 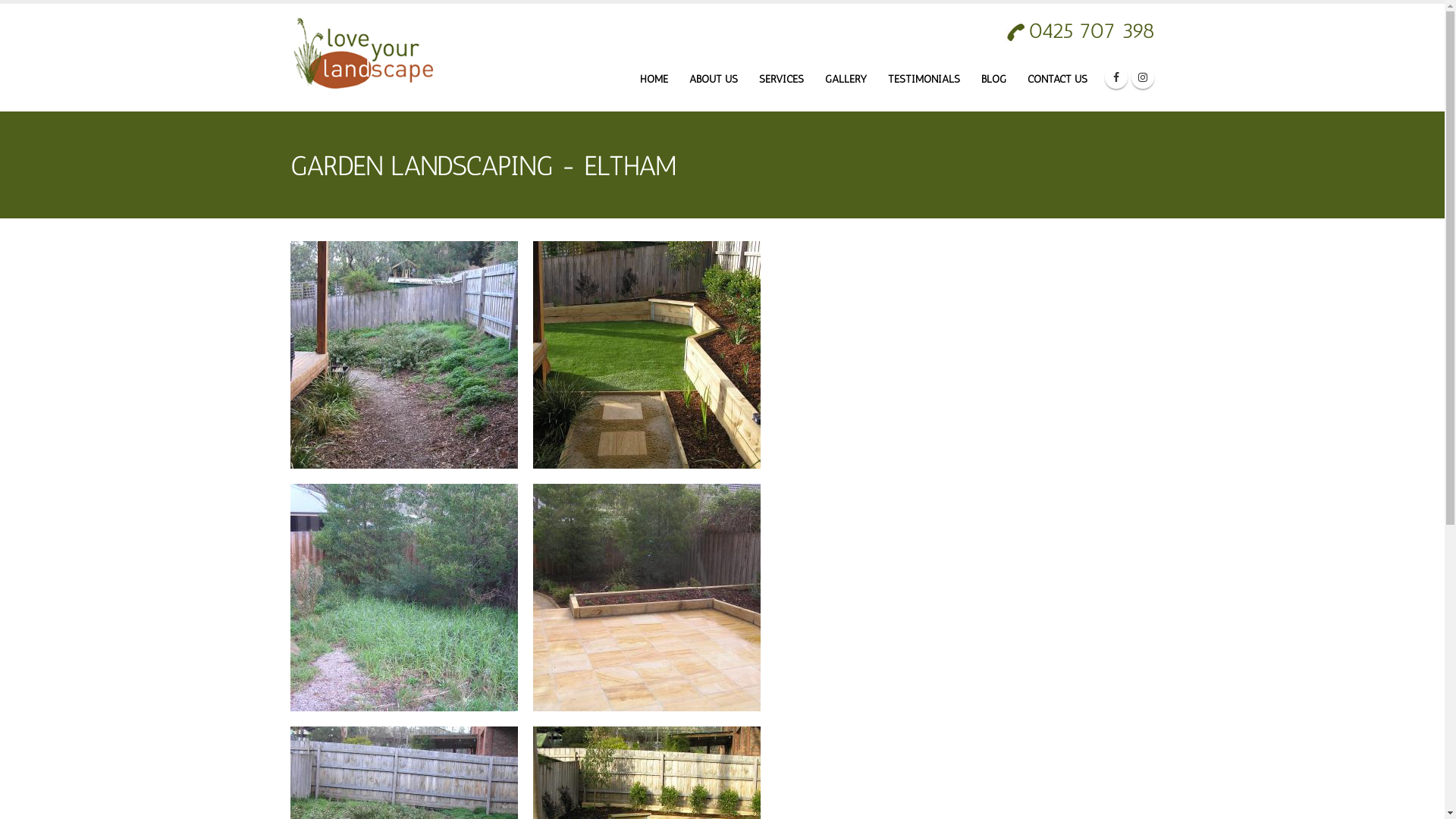 I want to click on 'BLOG', so click(x=993, y=79).